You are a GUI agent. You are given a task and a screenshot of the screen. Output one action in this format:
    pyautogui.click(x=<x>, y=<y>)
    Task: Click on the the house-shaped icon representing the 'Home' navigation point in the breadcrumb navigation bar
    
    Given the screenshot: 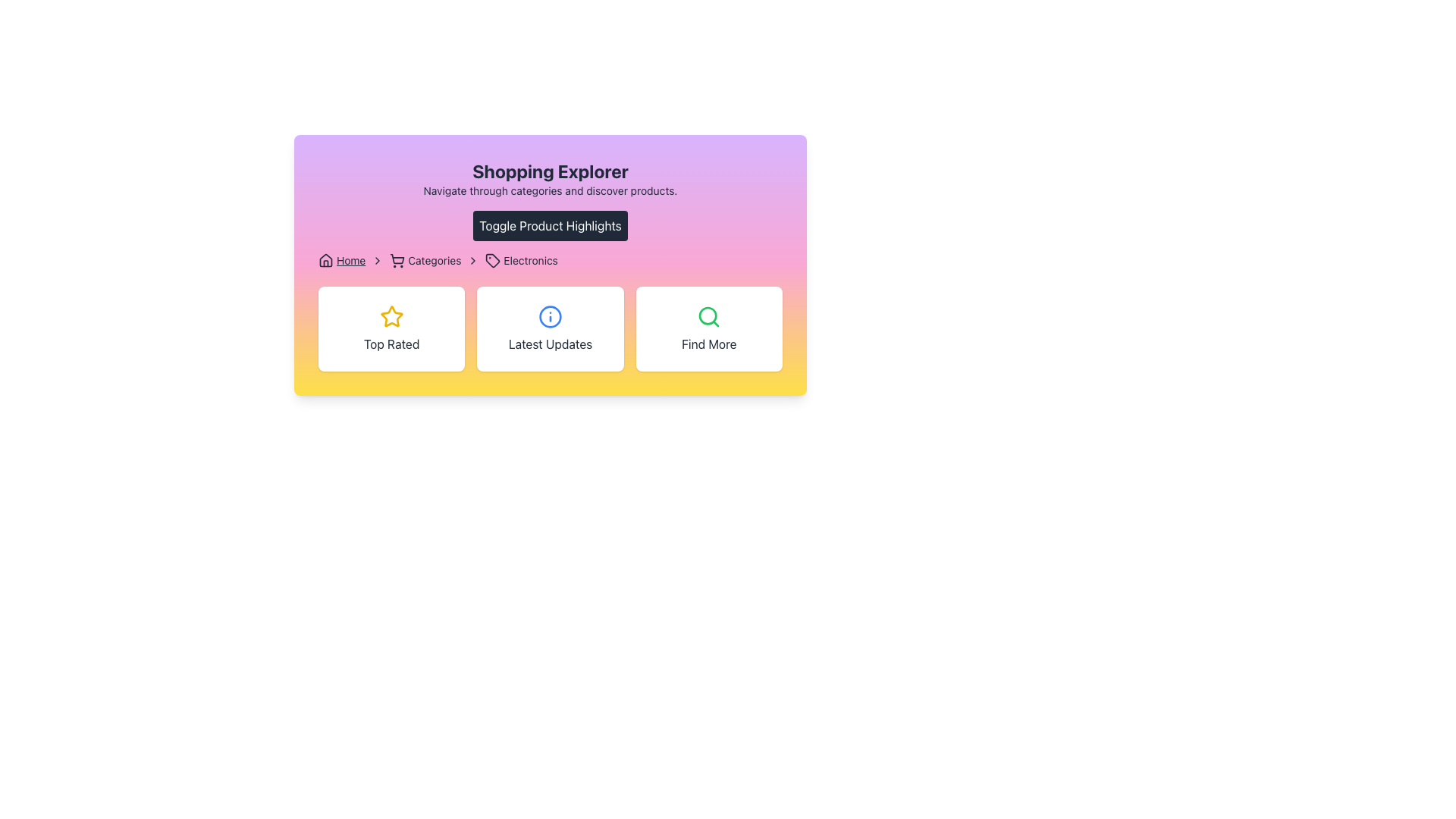 What is the action you would take?
    pyautogui.click(x=325, y=259)
    